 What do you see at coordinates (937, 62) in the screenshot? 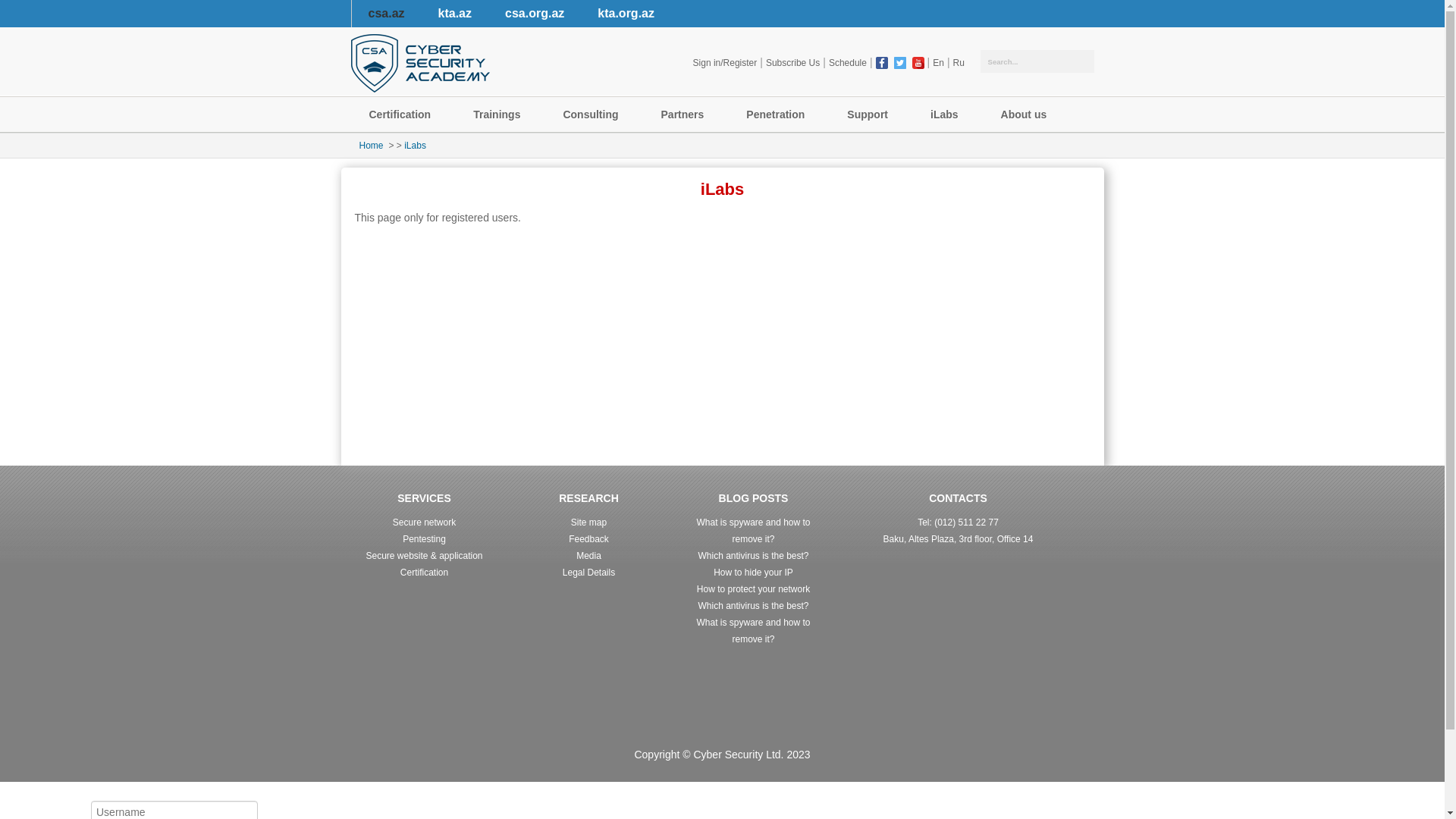
I see `'En'` at bounding box center [937, 62].